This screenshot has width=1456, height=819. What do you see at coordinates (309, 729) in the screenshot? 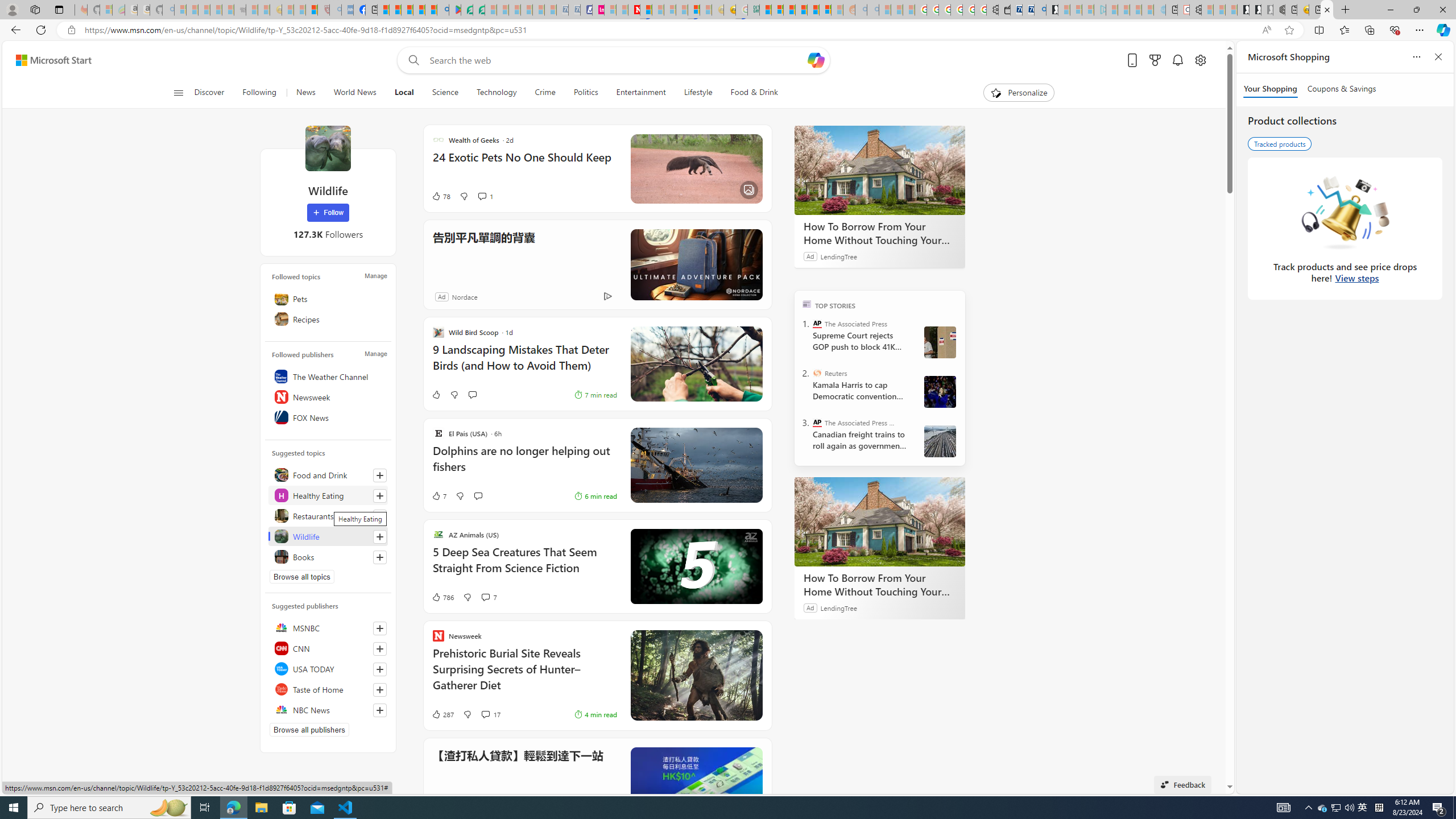
I see `'Browse all publishers'` at bounding box center [309, 729].